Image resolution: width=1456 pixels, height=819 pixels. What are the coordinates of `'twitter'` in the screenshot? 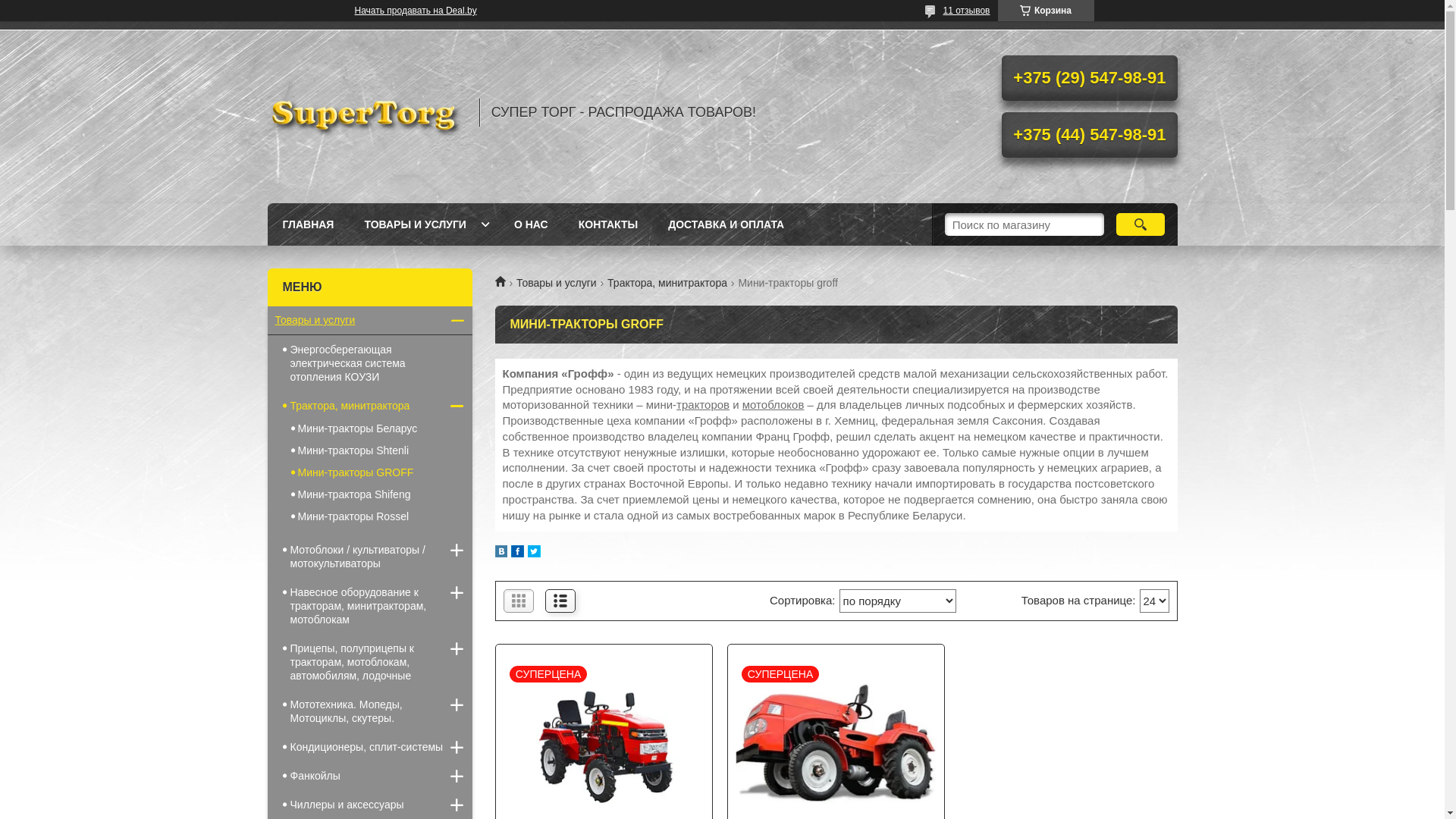 It's located at (528, 553).